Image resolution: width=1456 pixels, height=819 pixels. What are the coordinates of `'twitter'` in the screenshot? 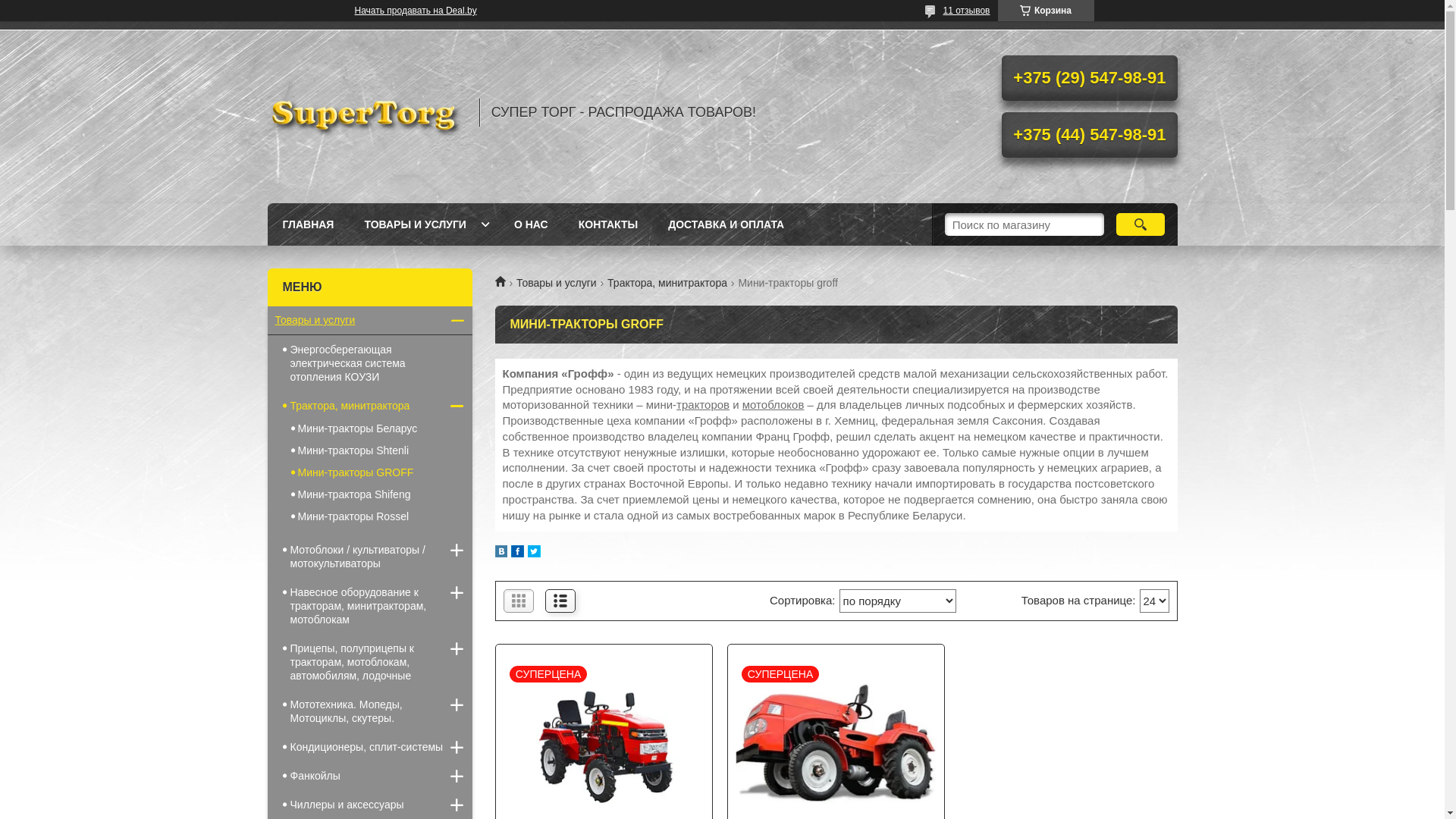 It's located at (528, 553).